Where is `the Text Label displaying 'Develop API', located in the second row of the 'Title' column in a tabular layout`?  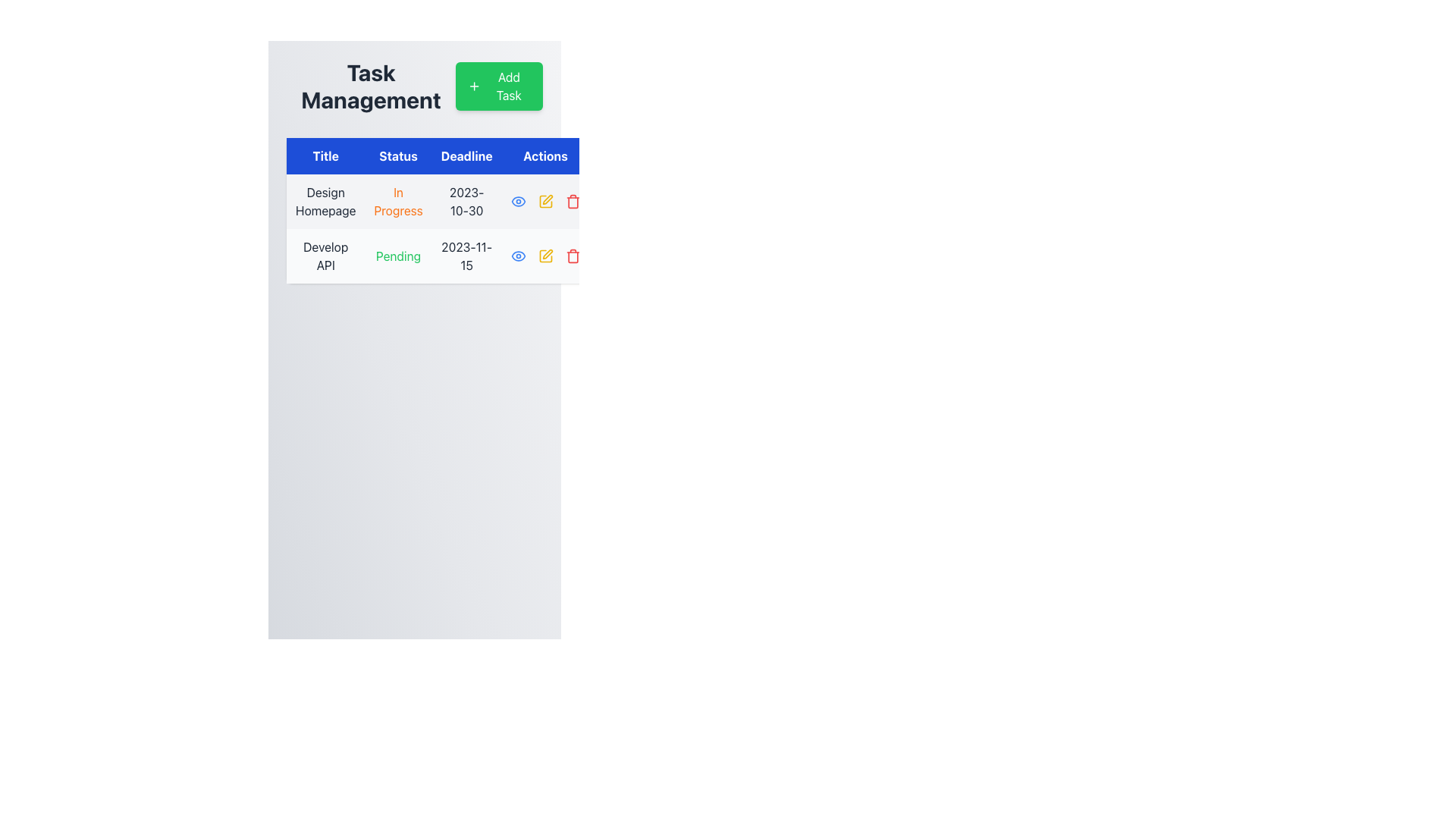
the Text Label displaying 'Develop API', located in the second row of the 'Title' column in a tabular layout is located at coordinates (325, 256).